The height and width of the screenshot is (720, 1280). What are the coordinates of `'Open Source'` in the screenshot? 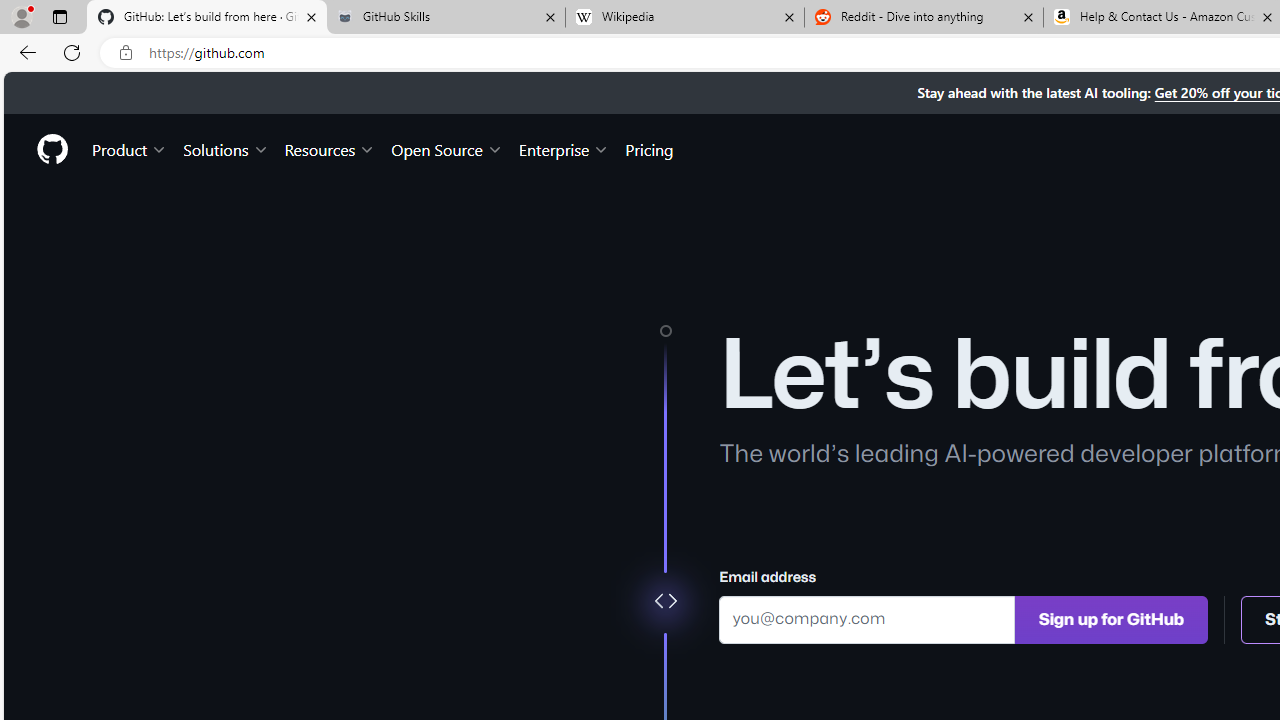 It's located at (445, 148).